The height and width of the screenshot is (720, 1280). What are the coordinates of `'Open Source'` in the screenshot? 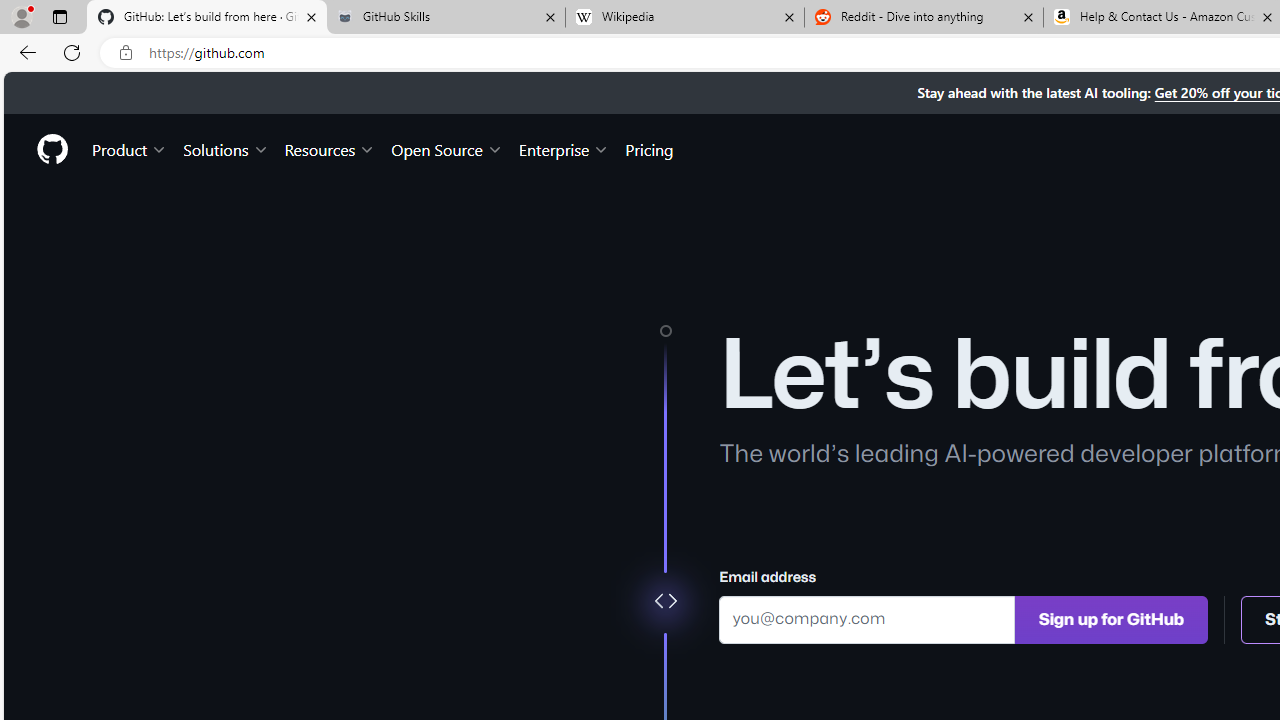 It's located at (445, 148).